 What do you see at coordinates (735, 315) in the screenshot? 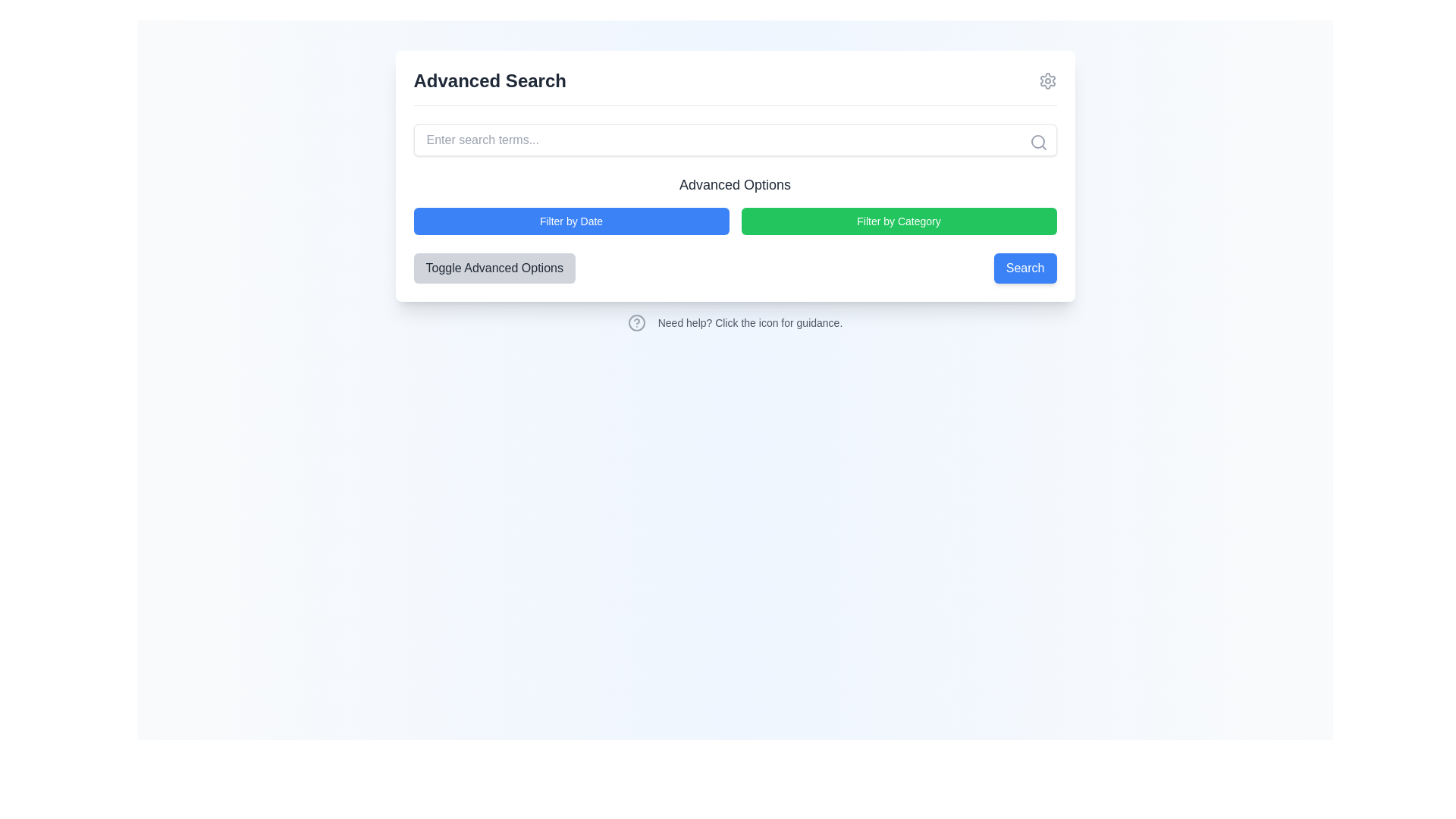
I see `the question mark icon on the informational prompt labeled 'Need help? Click the icon for guidance.'` at bounding box center [735, 315].